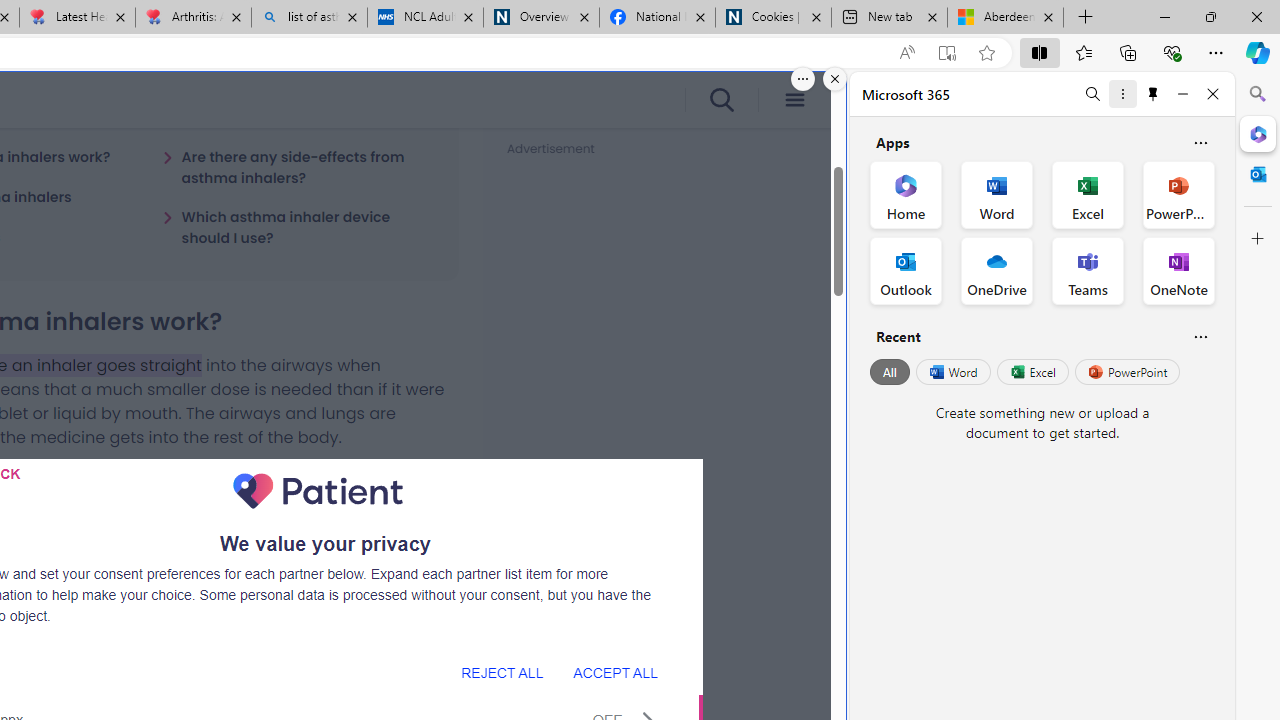 Image resolution: width=1280 pixels, height=720 pixels. I want to click on 'Outlook Office App', so click(905, 271).